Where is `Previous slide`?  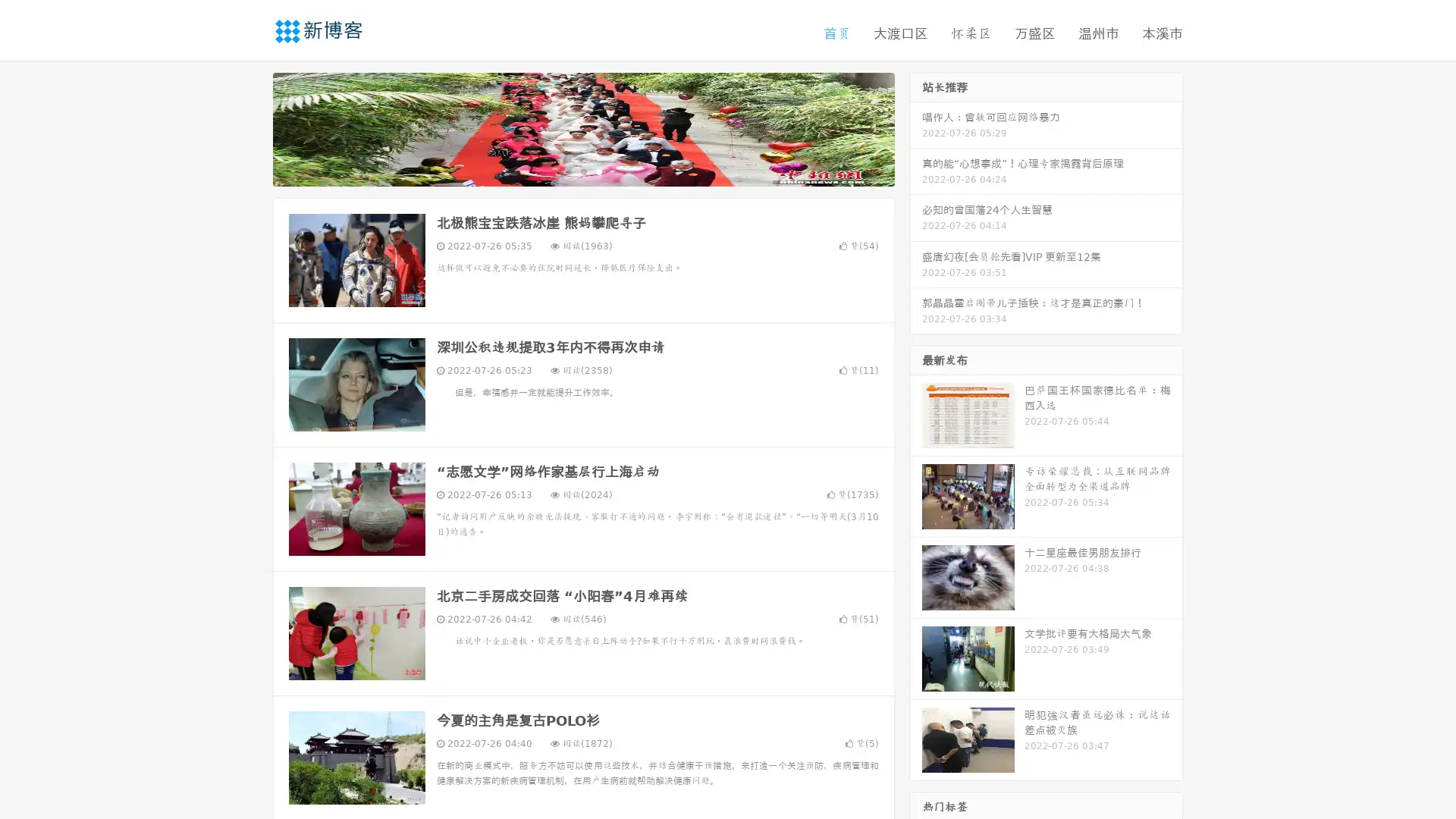 Previous slide is located at coordinates (250, 127).